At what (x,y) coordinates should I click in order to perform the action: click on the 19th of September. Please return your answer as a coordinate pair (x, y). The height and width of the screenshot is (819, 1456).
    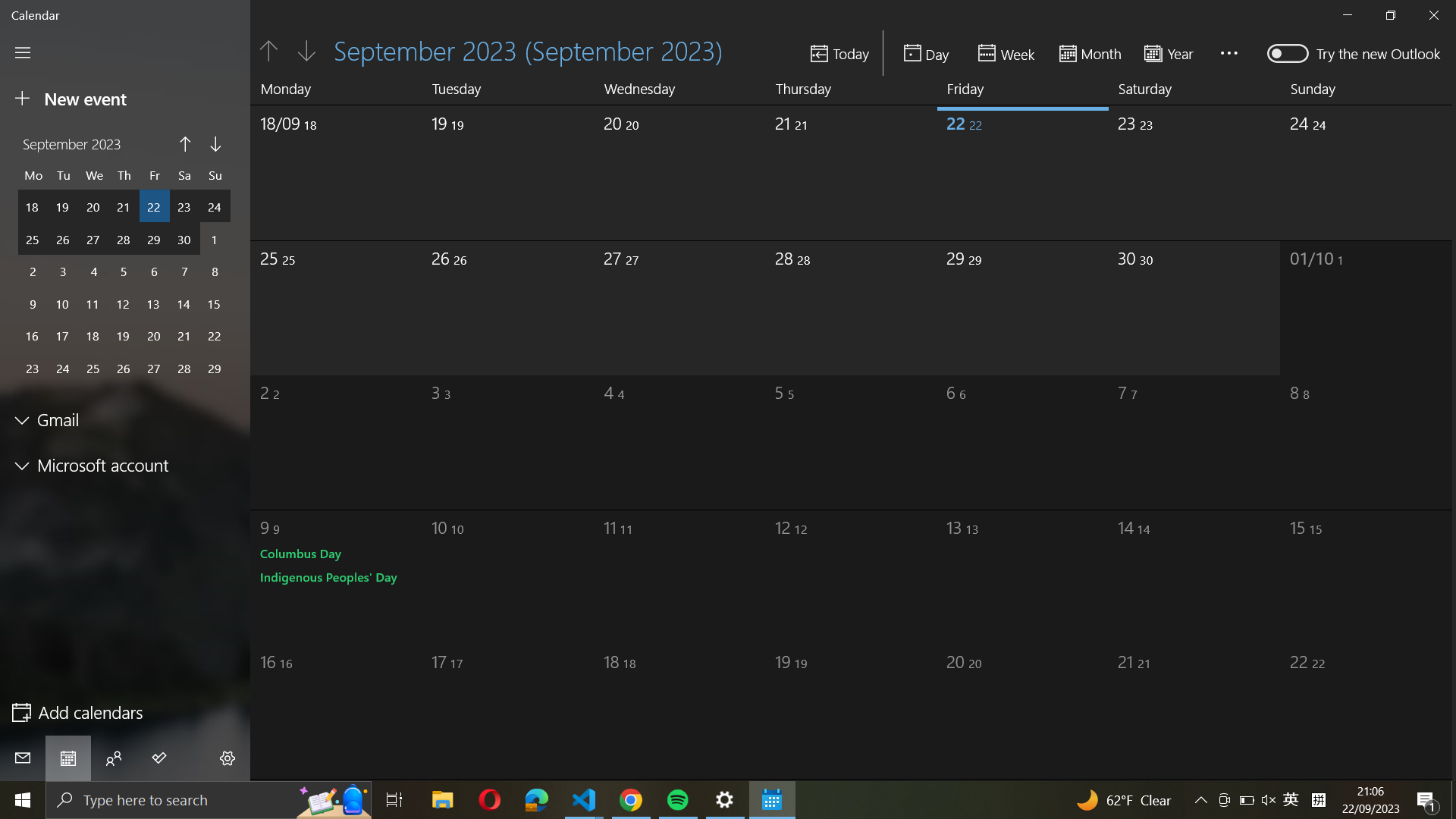
    Looking at the image, I should click on (475, 169).